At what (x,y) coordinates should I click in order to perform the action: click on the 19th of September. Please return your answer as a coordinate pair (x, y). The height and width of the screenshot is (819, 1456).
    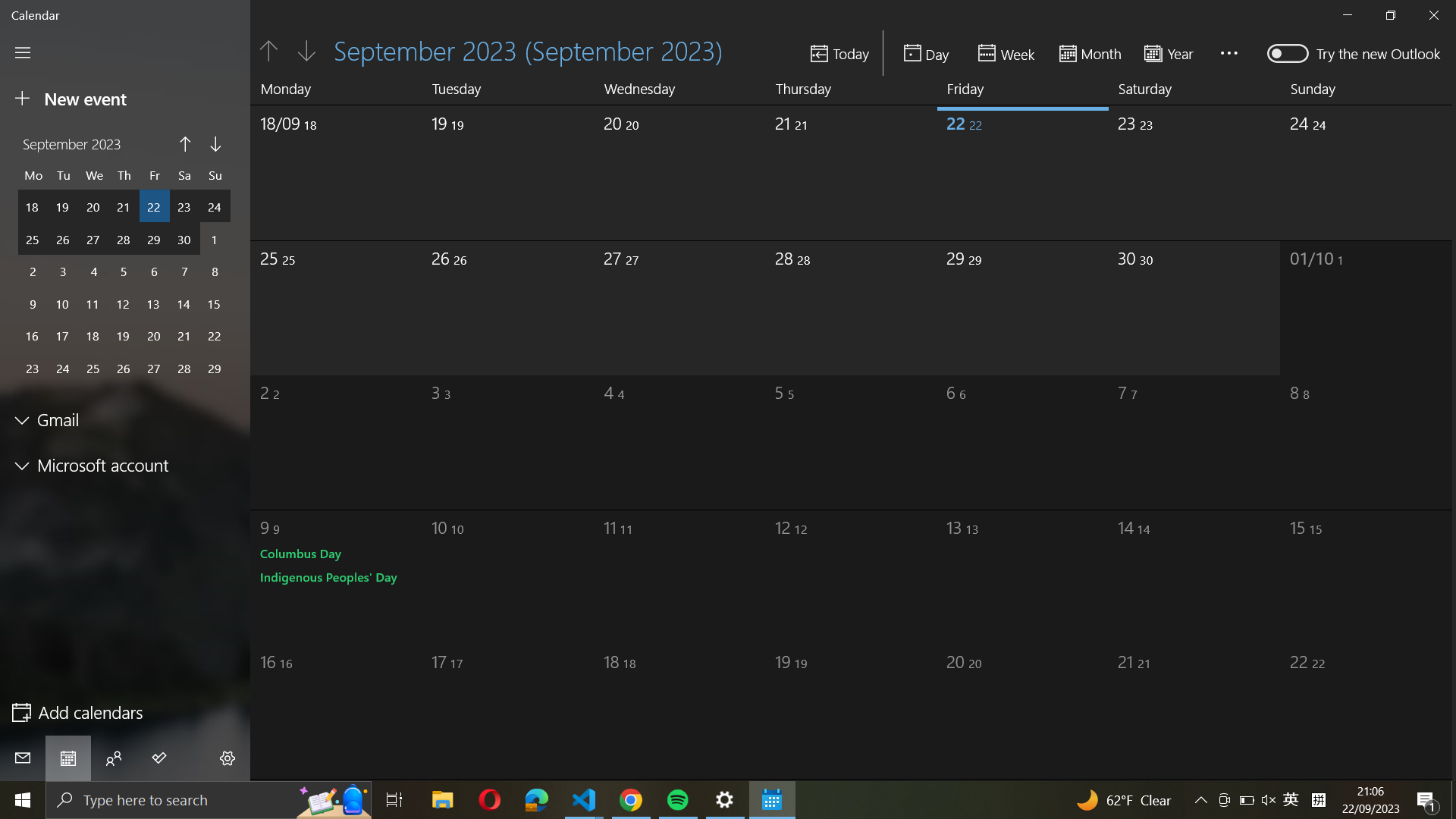
    Looking at the image, I should click on (475, 169).